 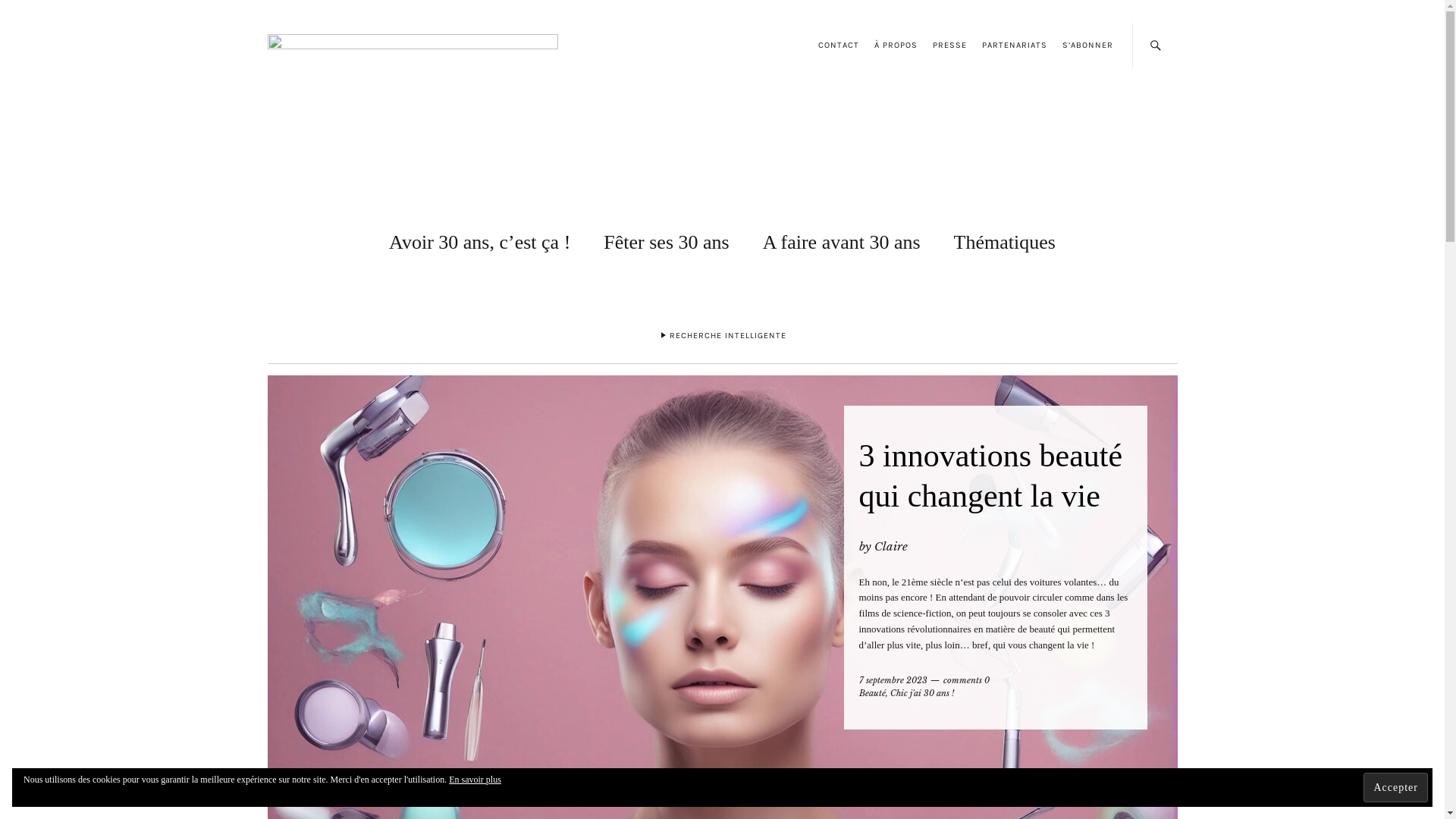 What do you see at coordinates (1363, 786) in the screenshot?
I see `'Accepter'` at bounding box center [1363, 786].